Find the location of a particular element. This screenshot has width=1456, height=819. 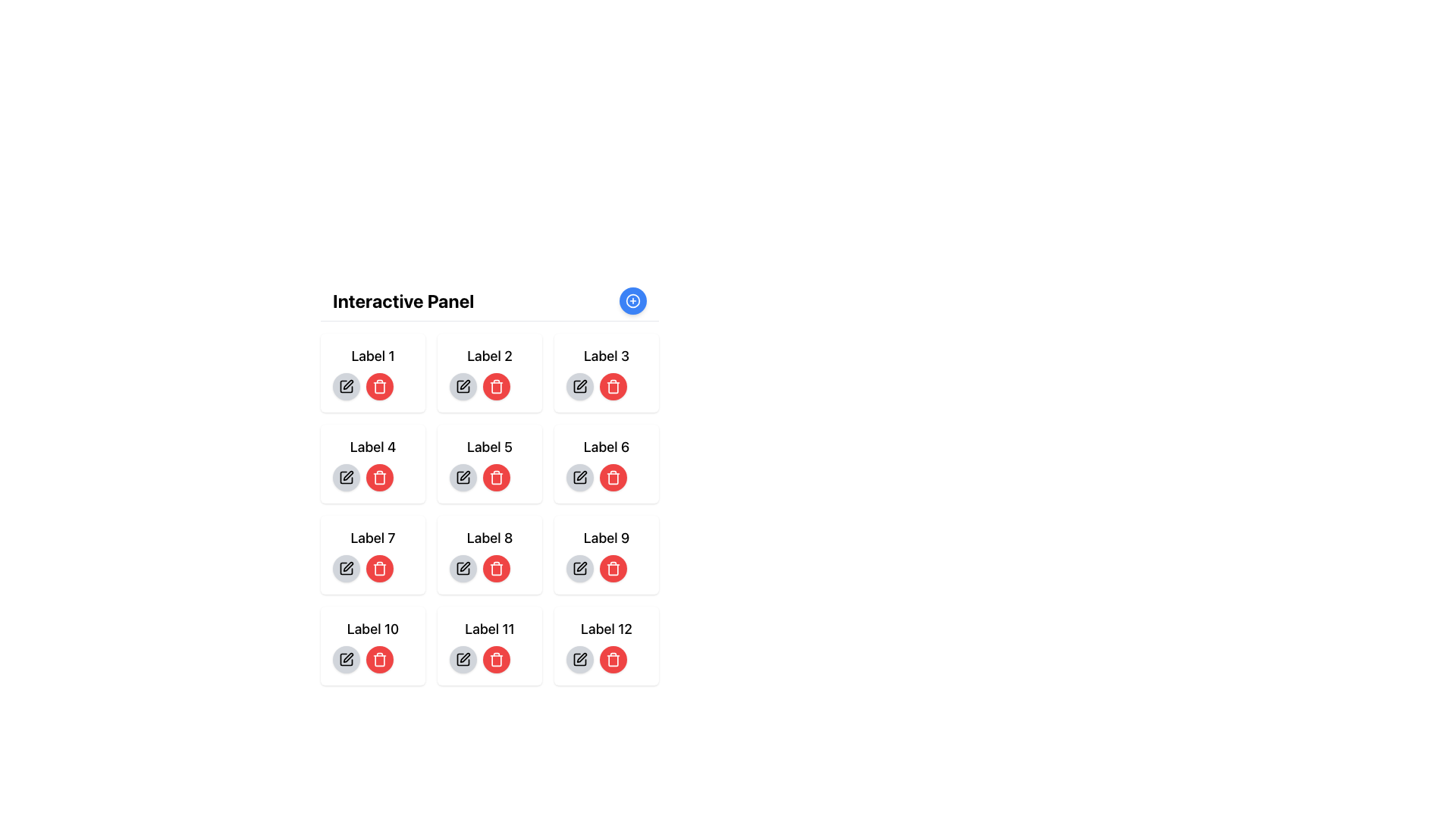

the editing icon button located in the eleventh cell of a 4x3 grid layout, adjacent to 'Label 11' is located at coordinates (464, 657).